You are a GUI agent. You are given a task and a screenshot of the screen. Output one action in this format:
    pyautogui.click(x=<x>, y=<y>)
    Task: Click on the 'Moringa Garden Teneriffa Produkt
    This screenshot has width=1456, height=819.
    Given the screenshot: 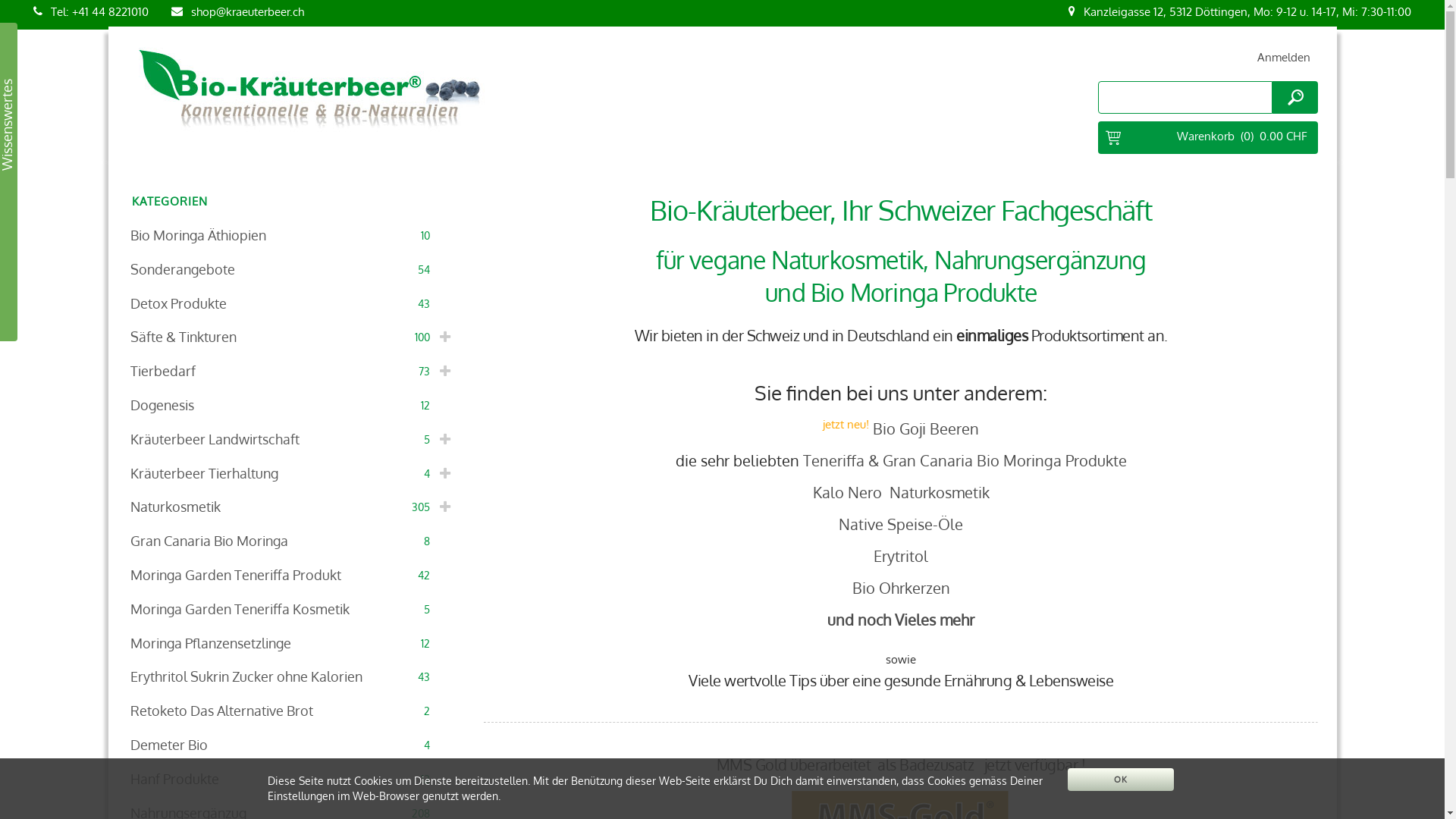 What is the action you would take?
    pyautogui.click(x=293, y=575)
    